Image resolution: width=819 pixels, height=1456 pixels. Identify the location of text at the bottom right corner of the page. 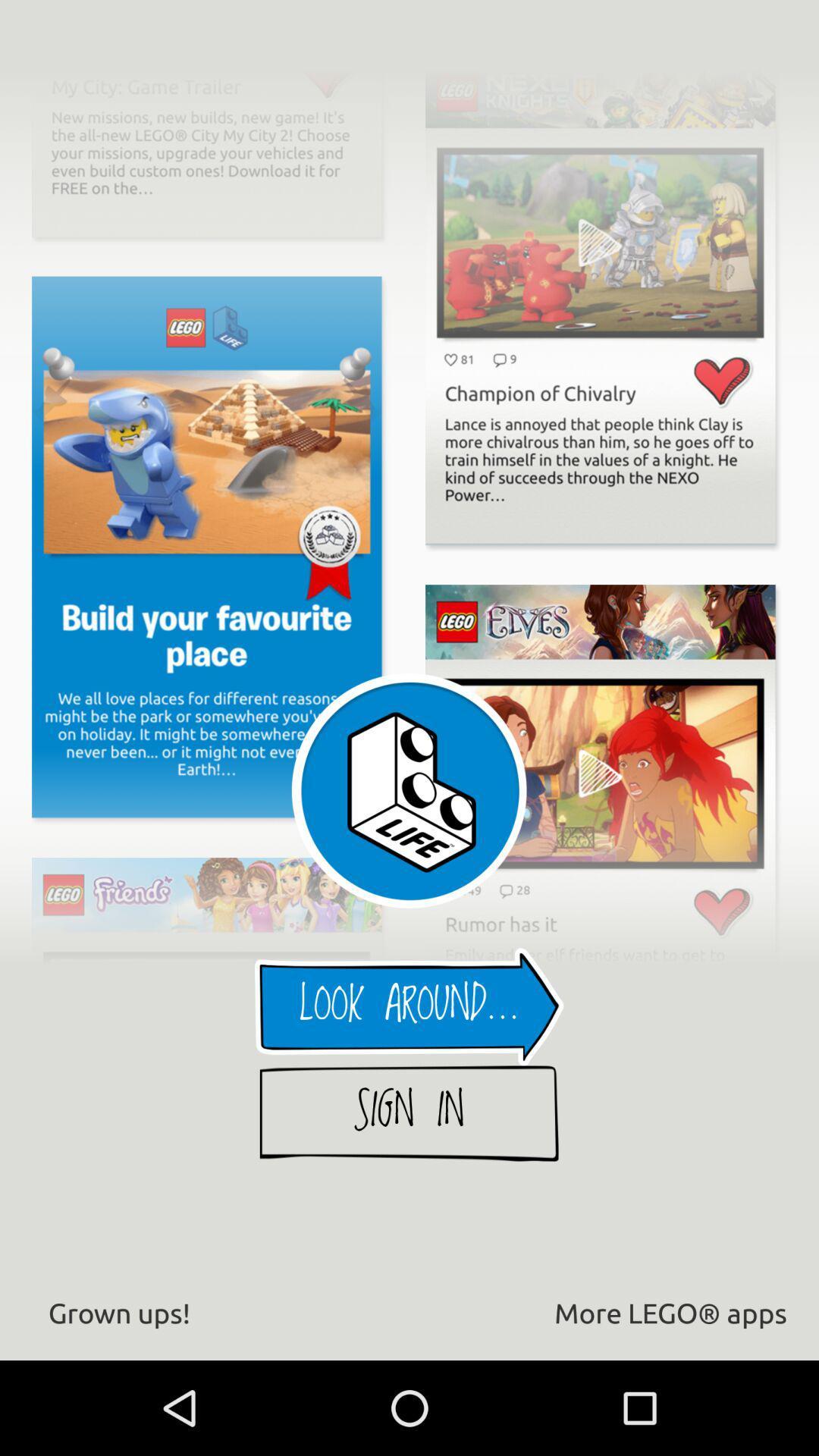
(605, 1313).